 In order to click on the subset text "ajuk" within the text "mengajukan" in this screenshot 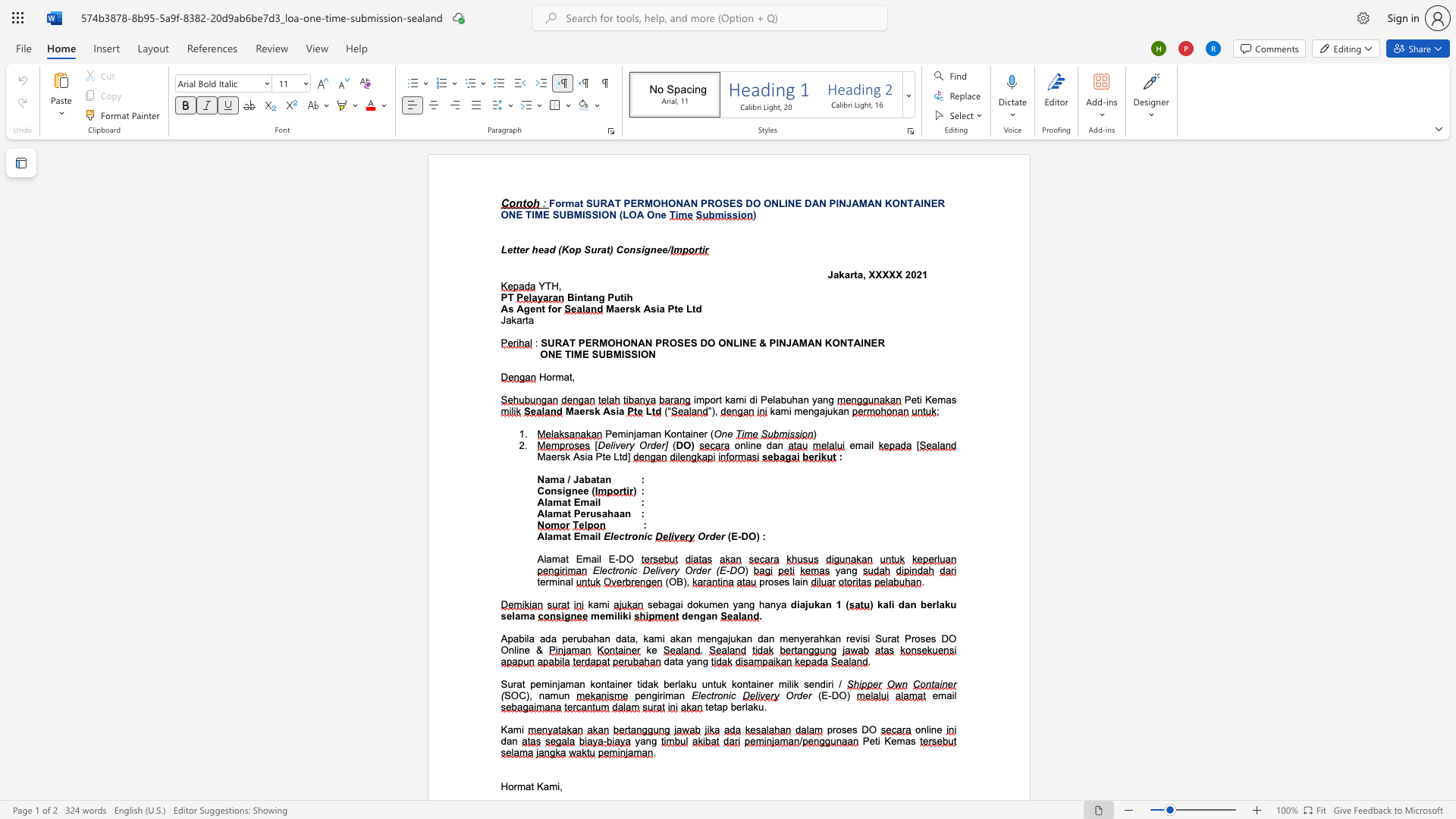, I will do `click(818, 411)`.